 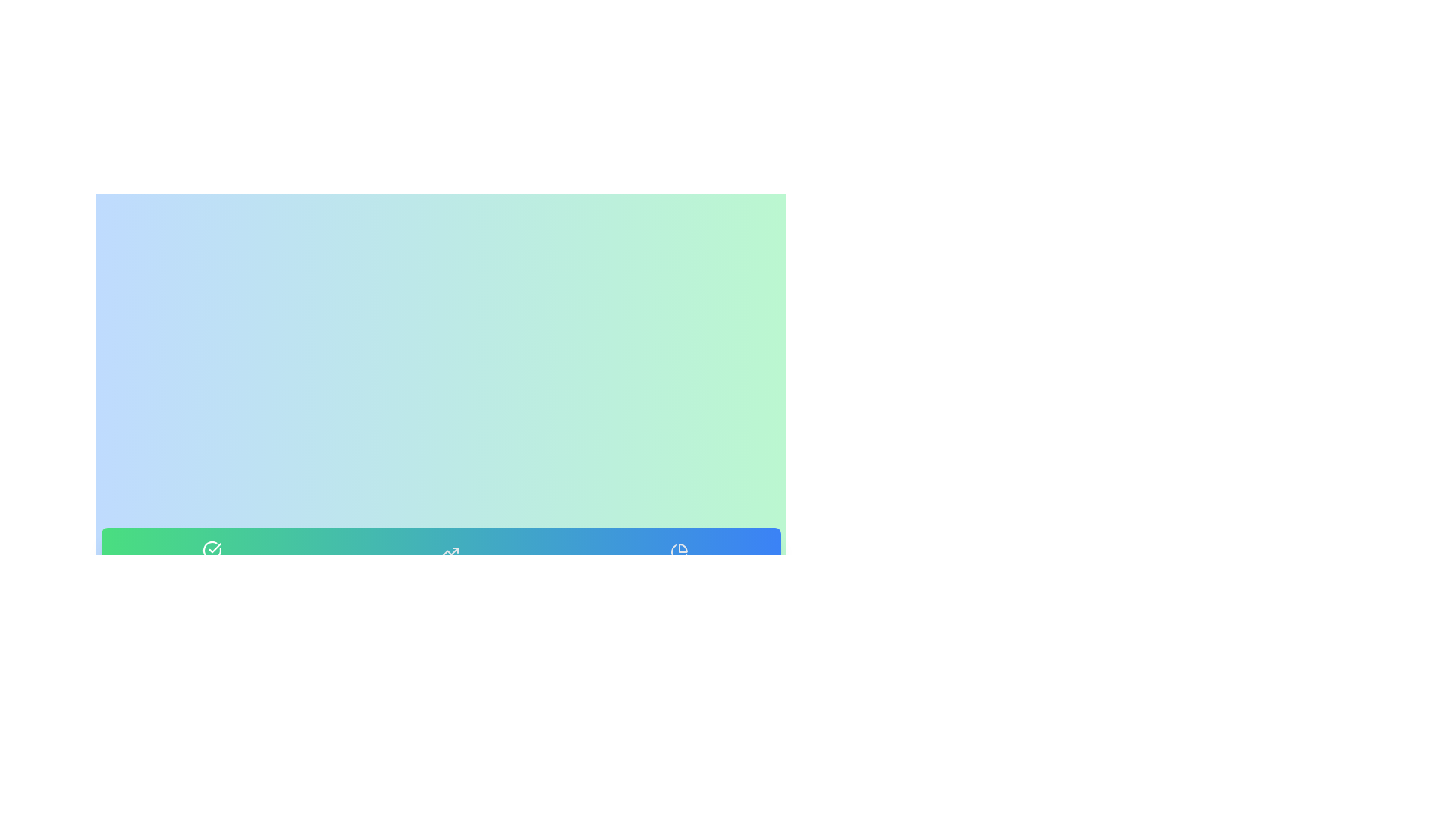 What do you see at coordinates (450, 567) in the screenshot?
I see `the tab labeled Weekly Progress` at bounding box center [450, 567].